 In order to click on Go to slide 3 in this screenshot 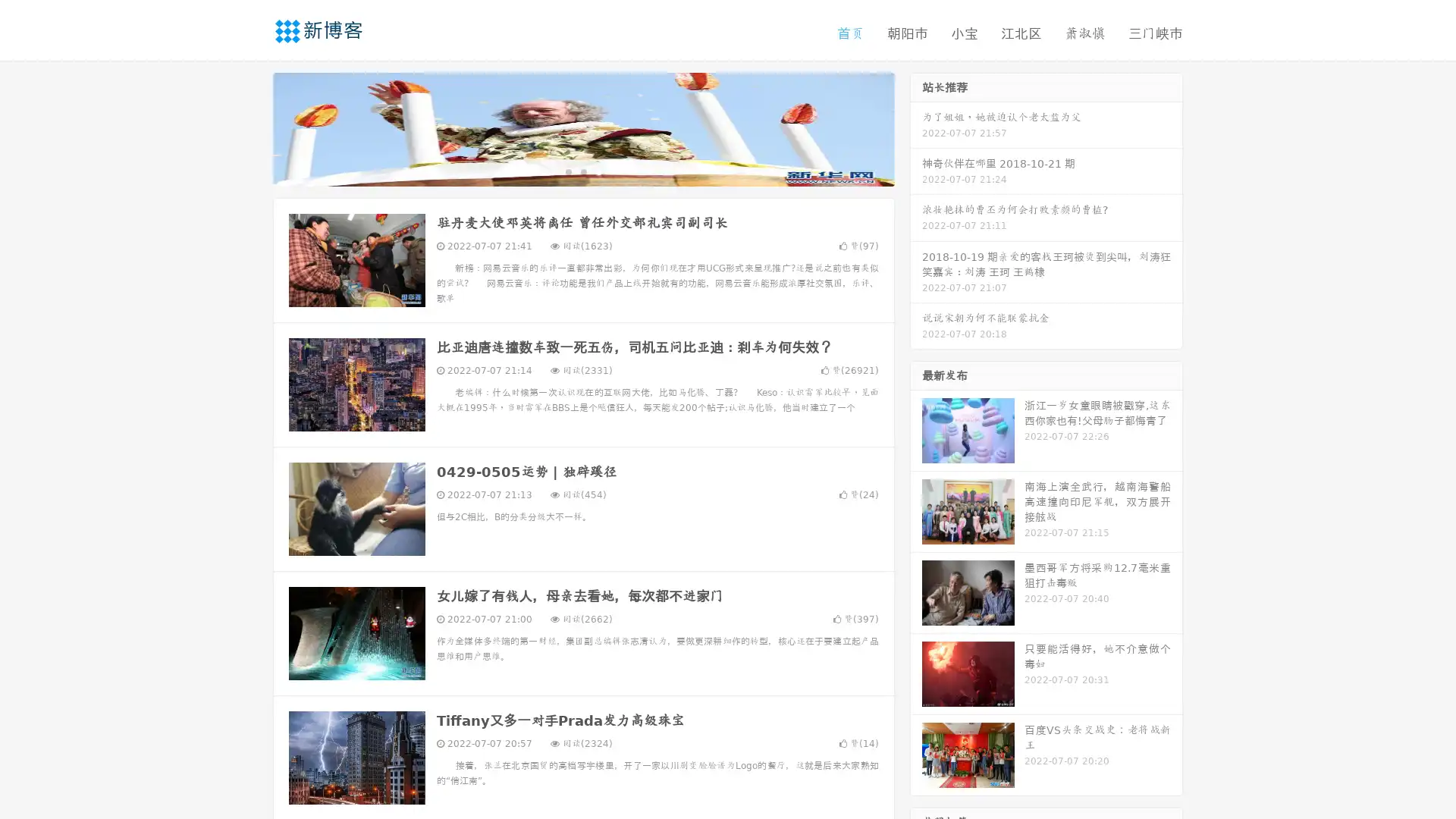, I will do `click(598, 171)`.